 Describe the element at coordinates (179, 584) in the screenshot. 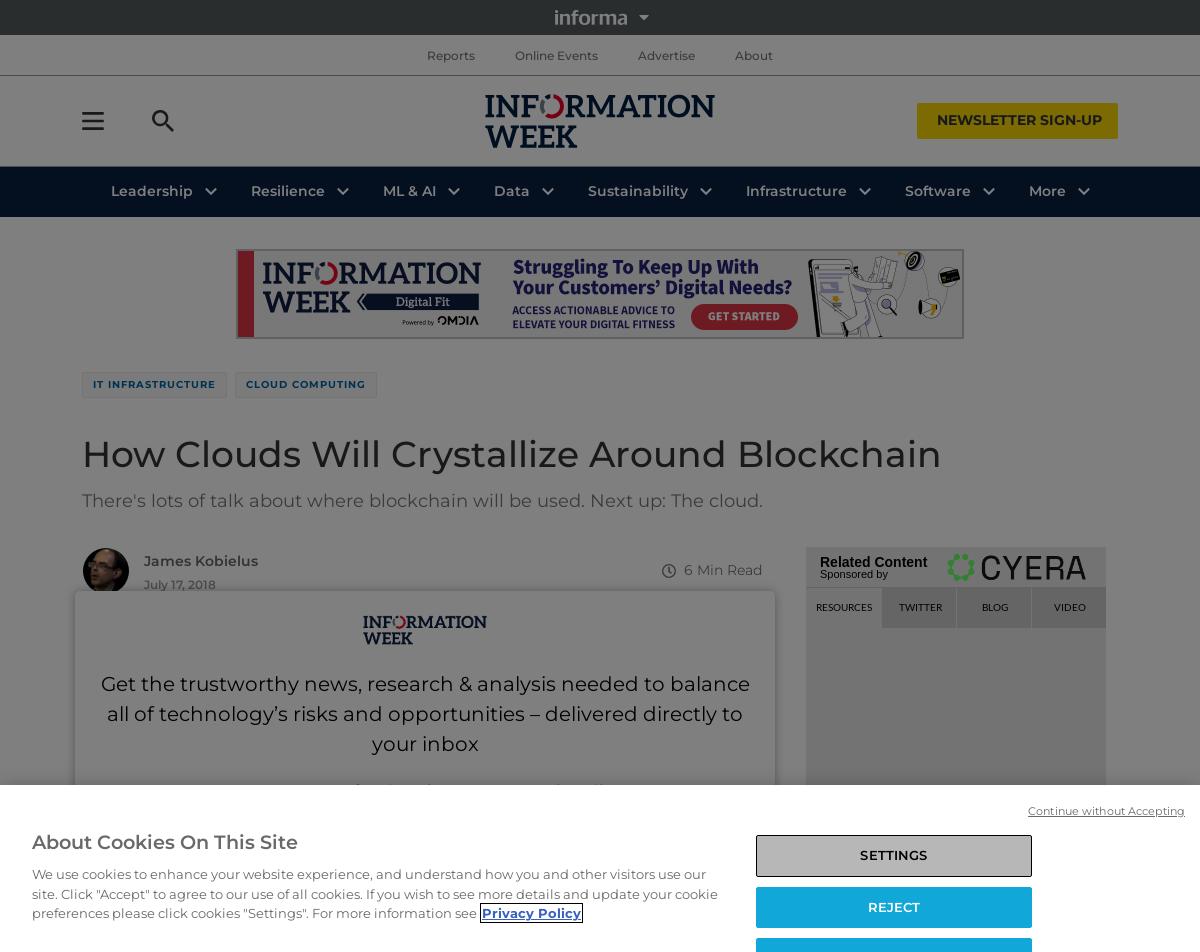

I see `'July 17, 2018'` at that location.